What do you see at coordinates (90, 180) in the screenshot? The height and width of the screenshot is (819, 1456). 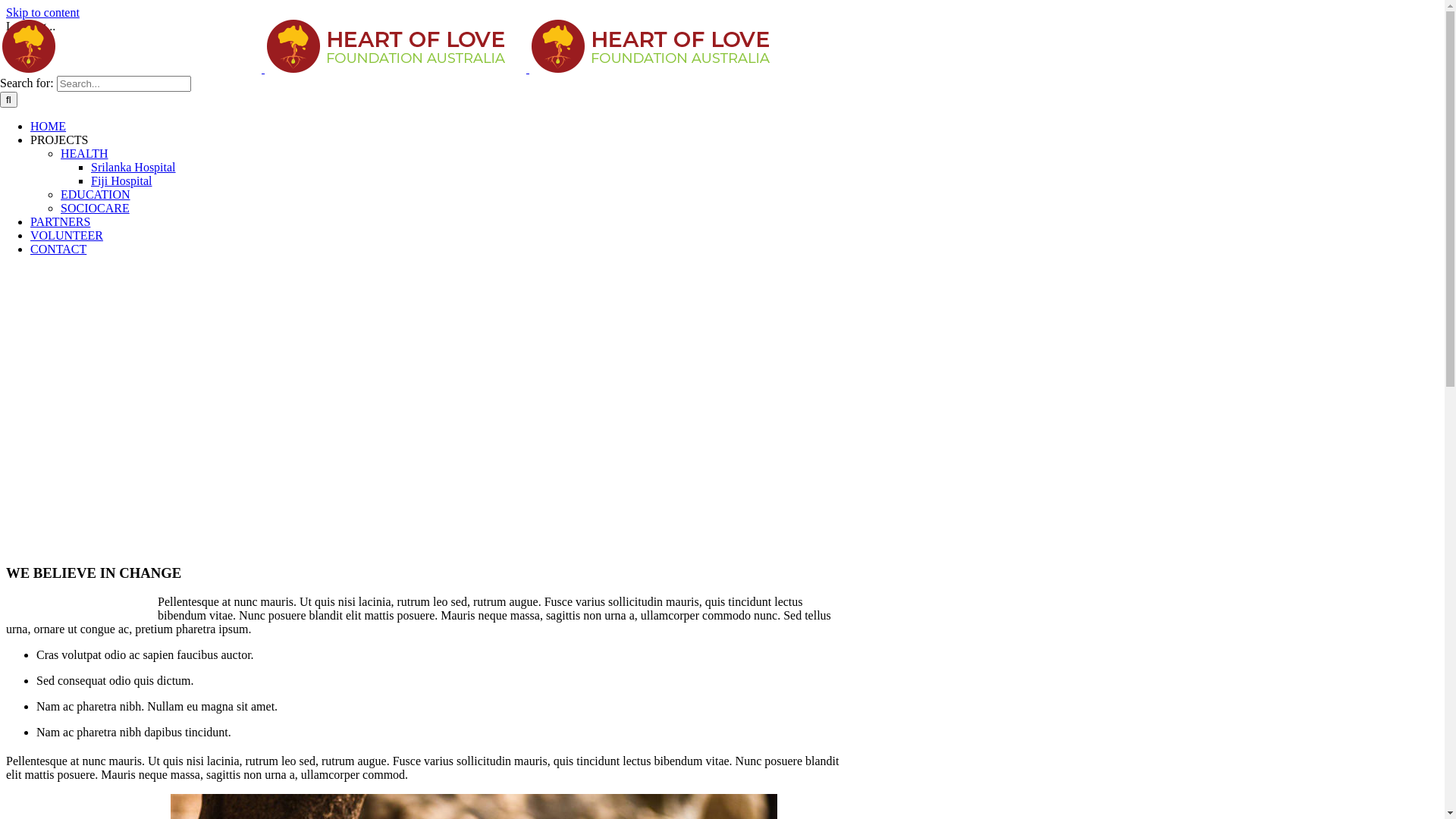 I see `'Fiji Hospital'` at bounding box center [90, 180].